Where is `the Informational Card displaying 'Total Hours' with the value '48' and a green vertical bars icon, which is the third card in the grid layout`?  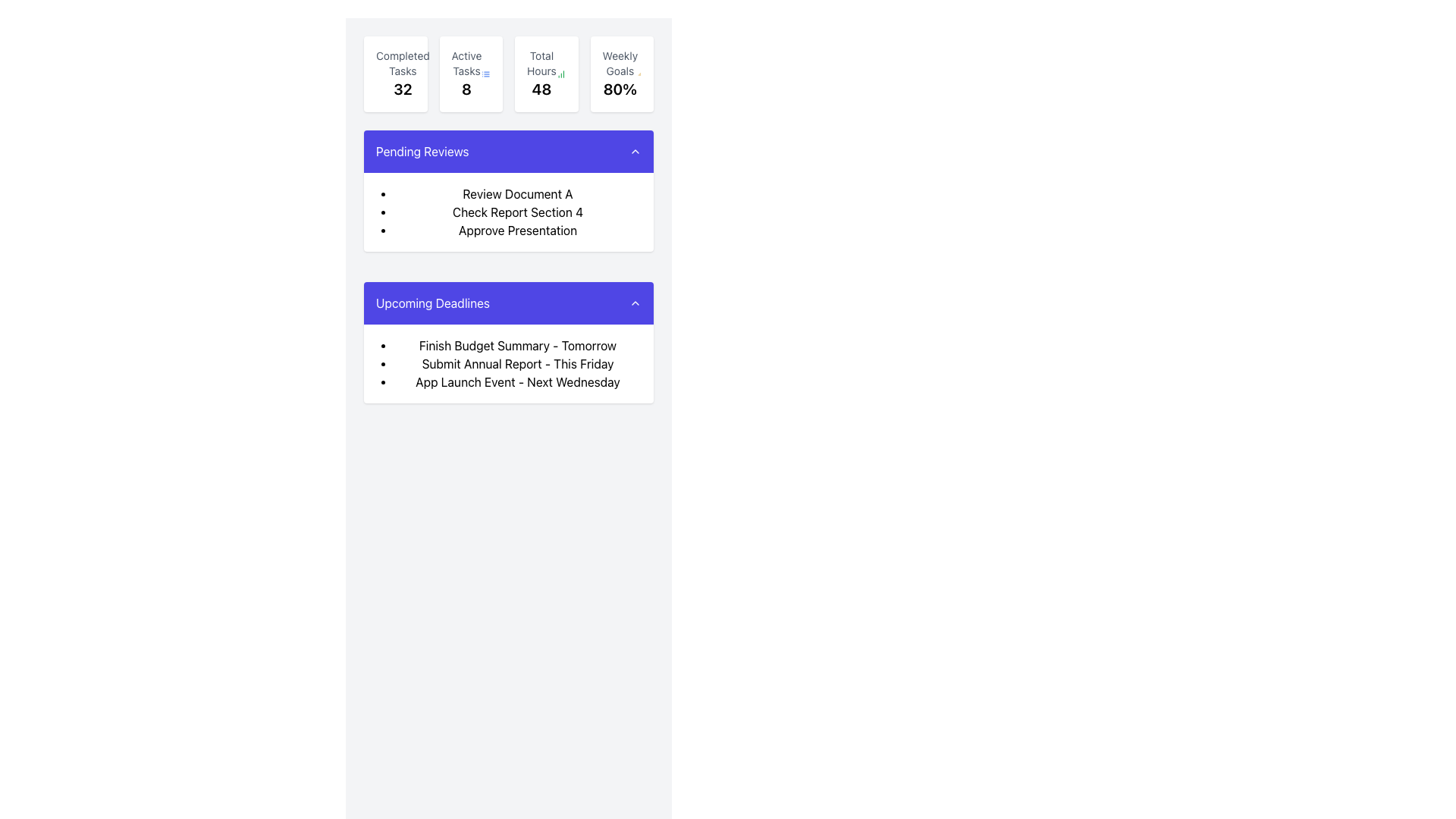
the Informational Card displaying 'Total Hours' with the value '48' and a green vertical bars icon, which is the third card in the grid layout is located at coordinates (546, 74).